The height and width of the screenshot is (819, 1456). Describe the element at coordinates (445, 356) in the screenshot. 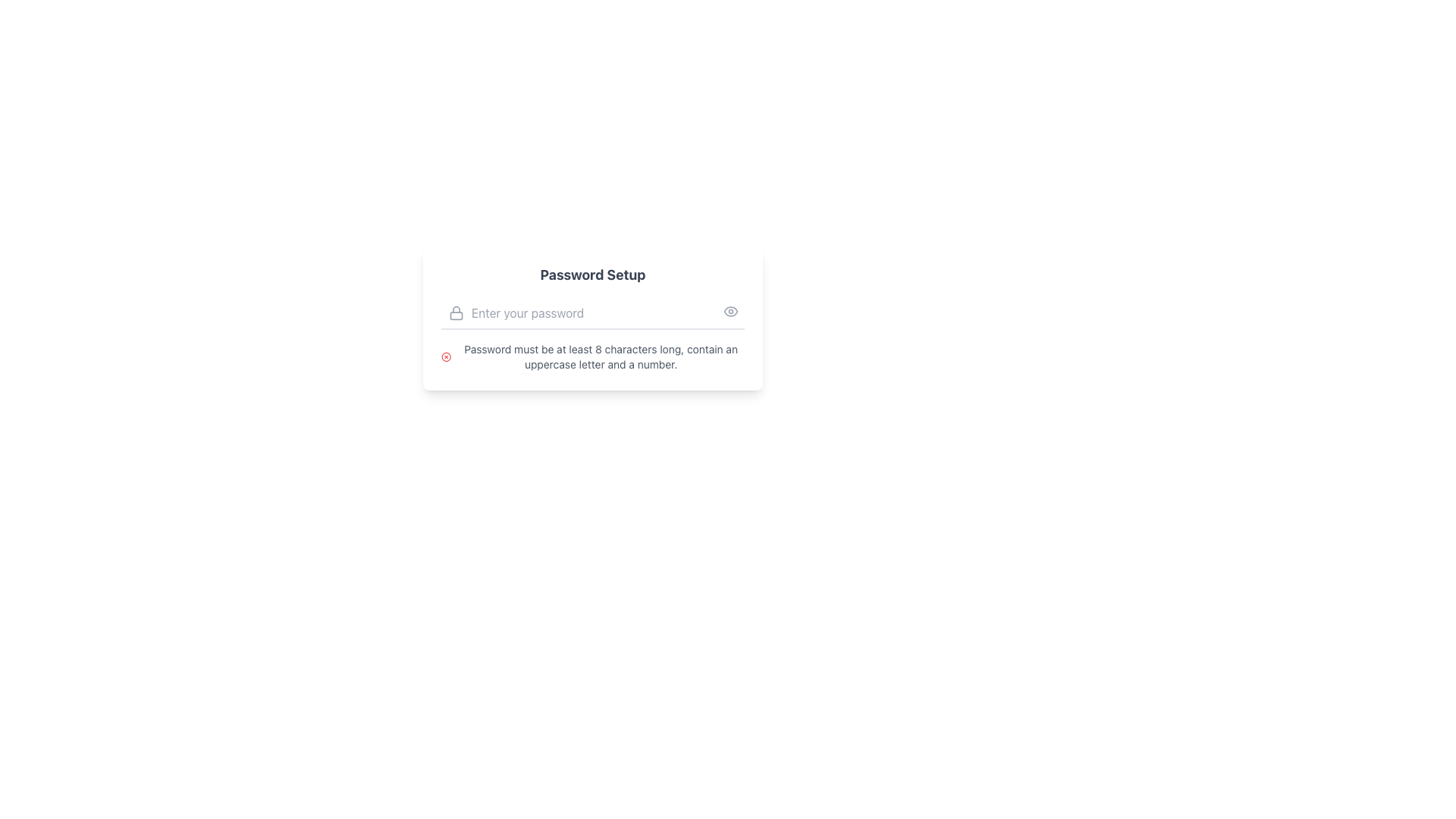

I see `the circular graphical icon element indicating password requirements located to the left of the password requirements text in the password setup section` at that location.